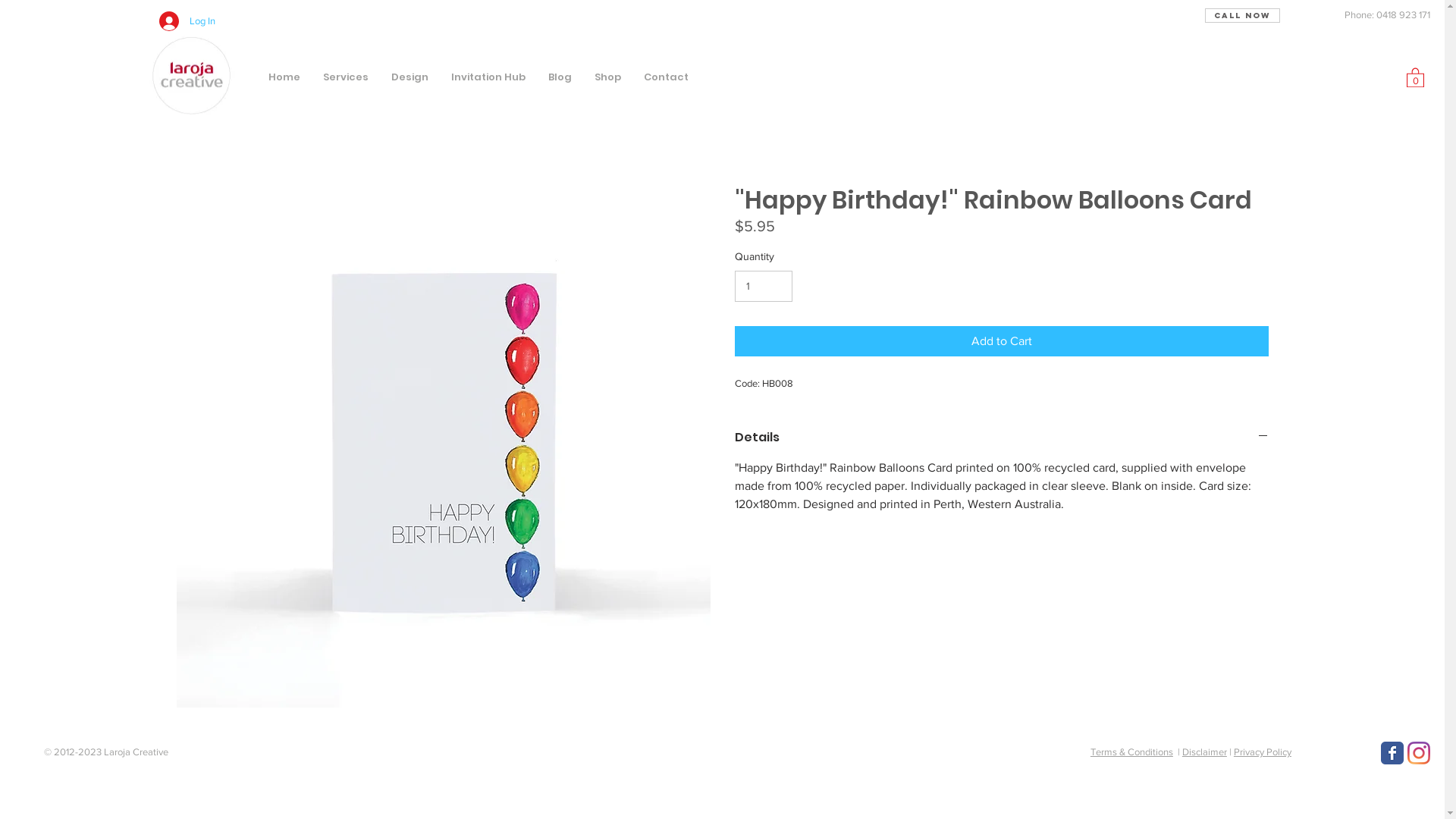  What do you see at coordinates (284, 76) in the screenshot?
I see `'Home'` at bounding box center [284, 76].